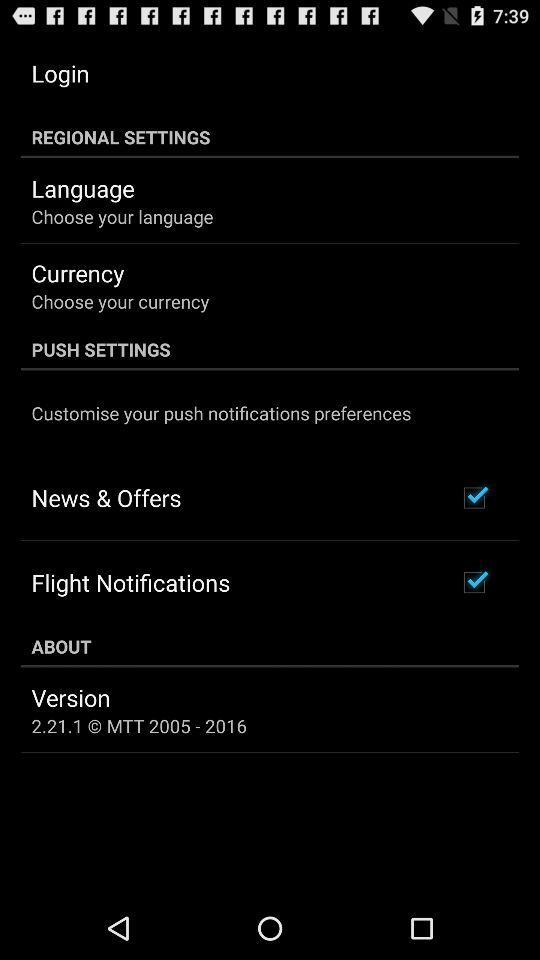  What do you see at coordinates (270, 349) in the screenshot?
I see `the push settings icon` at bounding box center [270, 349].